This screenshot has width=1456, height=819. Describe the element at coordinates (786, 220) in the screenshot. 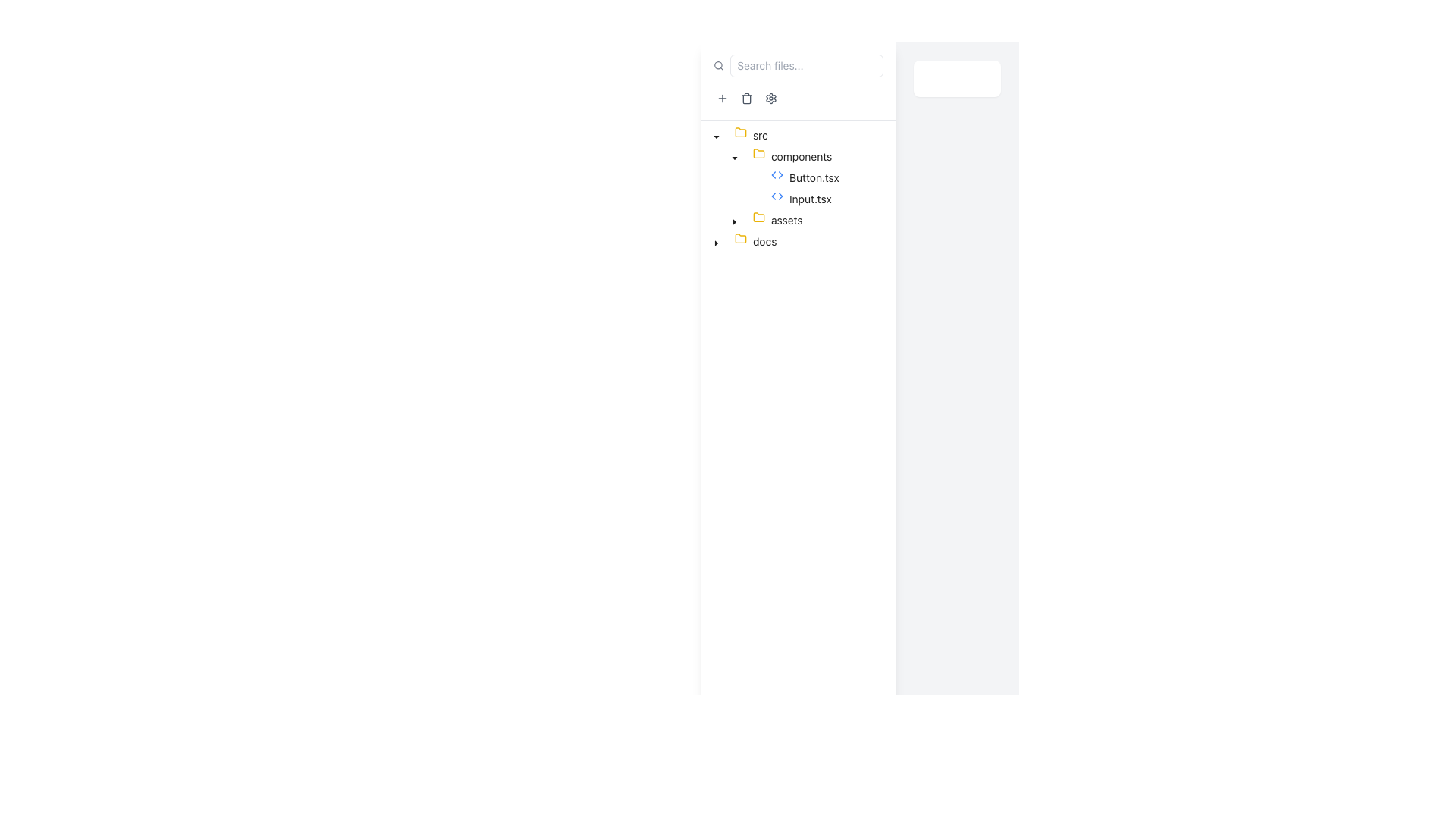

I see `the static text label representing the 'assets' directory in the file tree` at that location.